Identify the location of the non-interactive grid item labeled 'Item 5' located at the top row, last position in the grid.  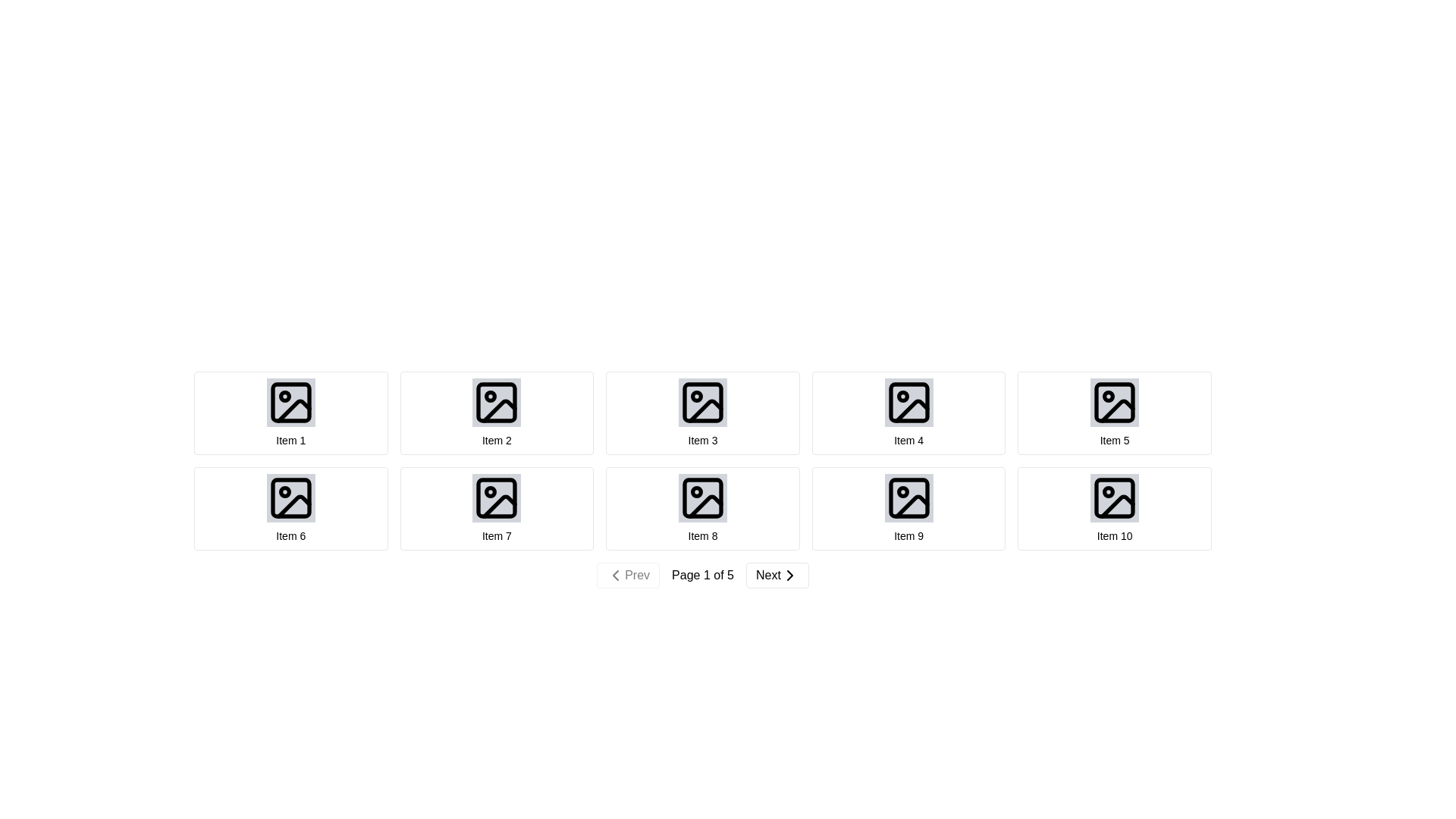
(1115, 413).